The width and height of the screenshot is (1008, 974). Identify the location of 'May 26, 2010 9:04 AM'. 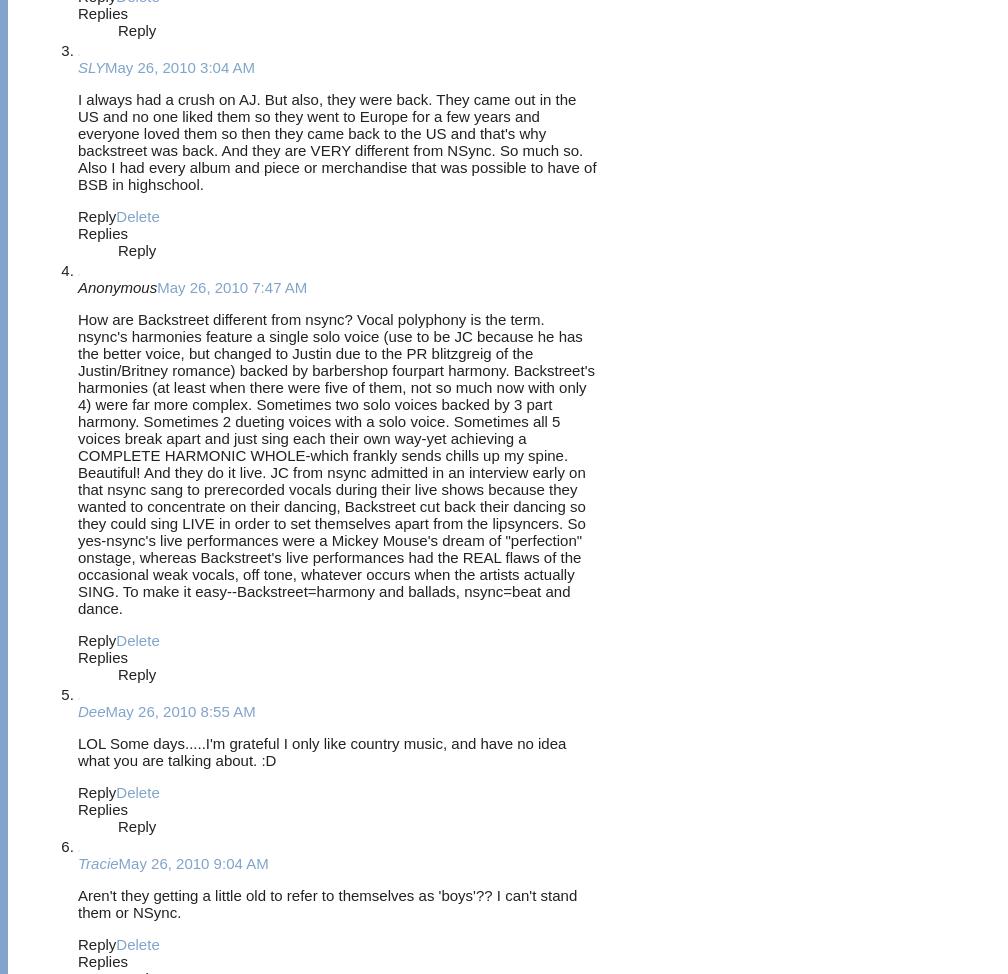
(193, 862).